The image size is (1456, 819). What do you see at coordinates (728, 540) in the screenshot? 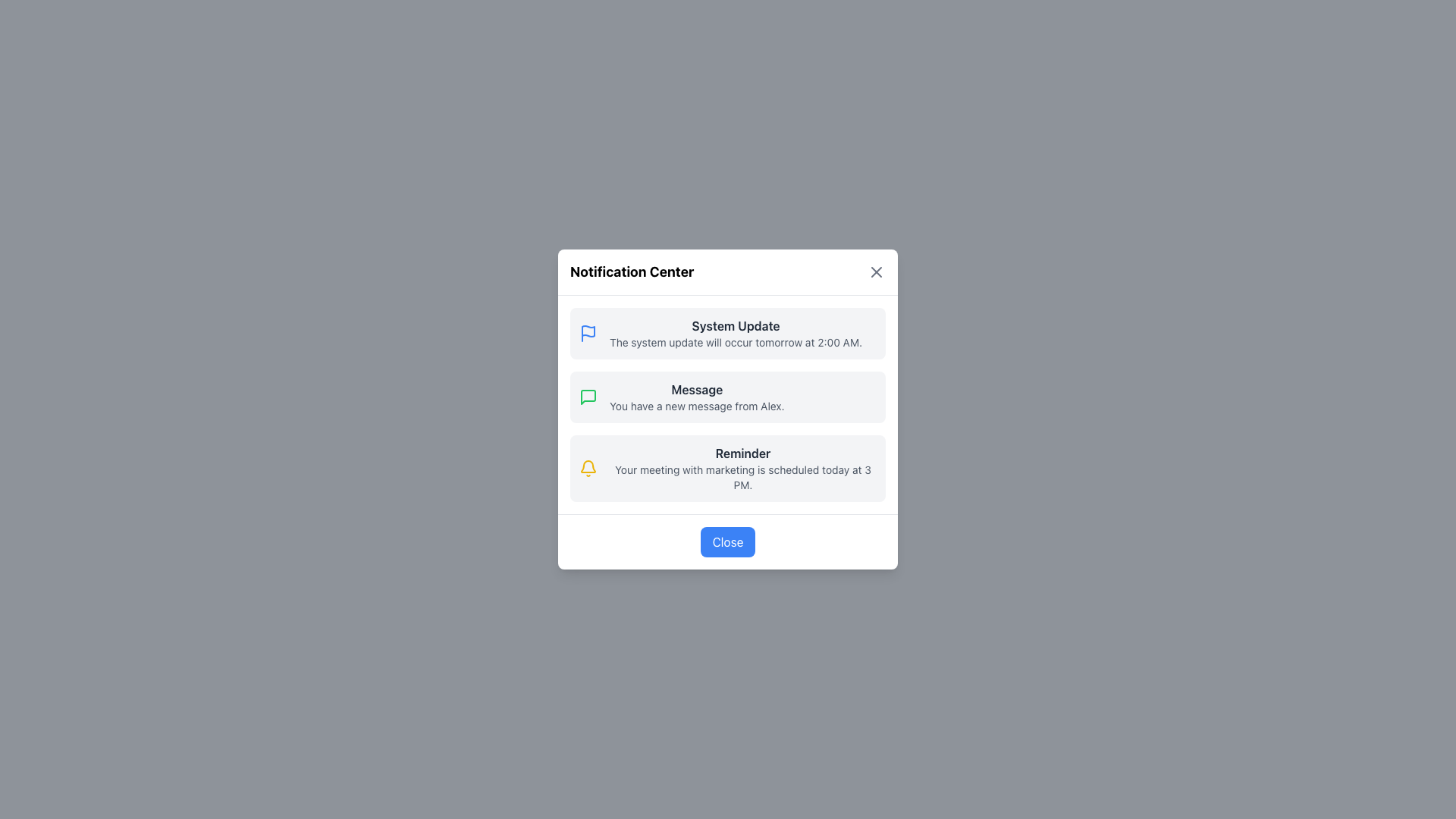
I see `the close button located at the bottom center of the modal window` at bounding box center [728, 540].